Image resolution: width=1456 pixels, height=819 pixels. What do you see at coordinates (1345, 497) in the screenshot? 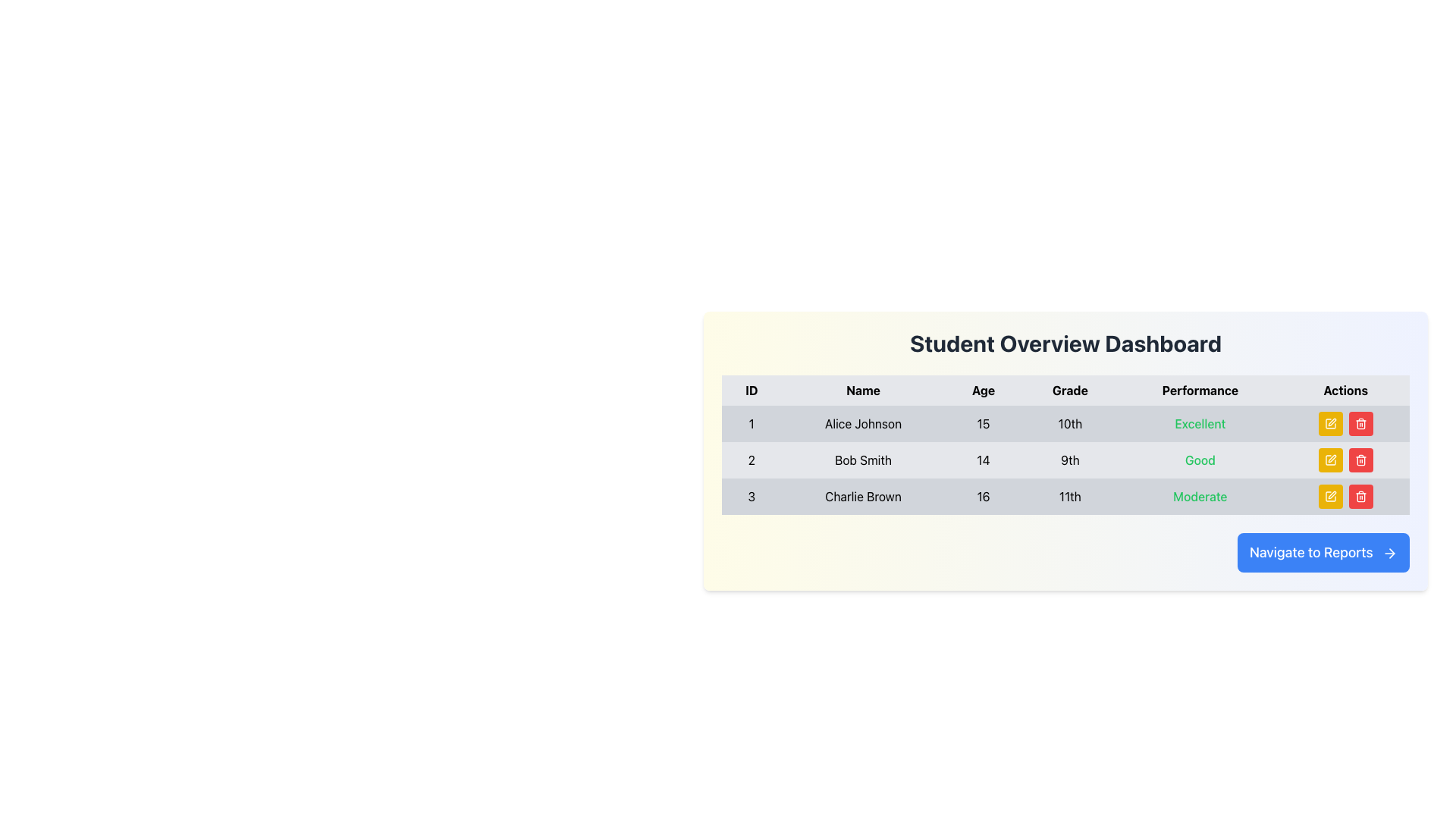
I see `the red button with a white trash can icon in the Button Group located in the last row of the table under the 'Actions' column, adjacent to the 'Moderate' performance label` at bounding box center [1345, 497].